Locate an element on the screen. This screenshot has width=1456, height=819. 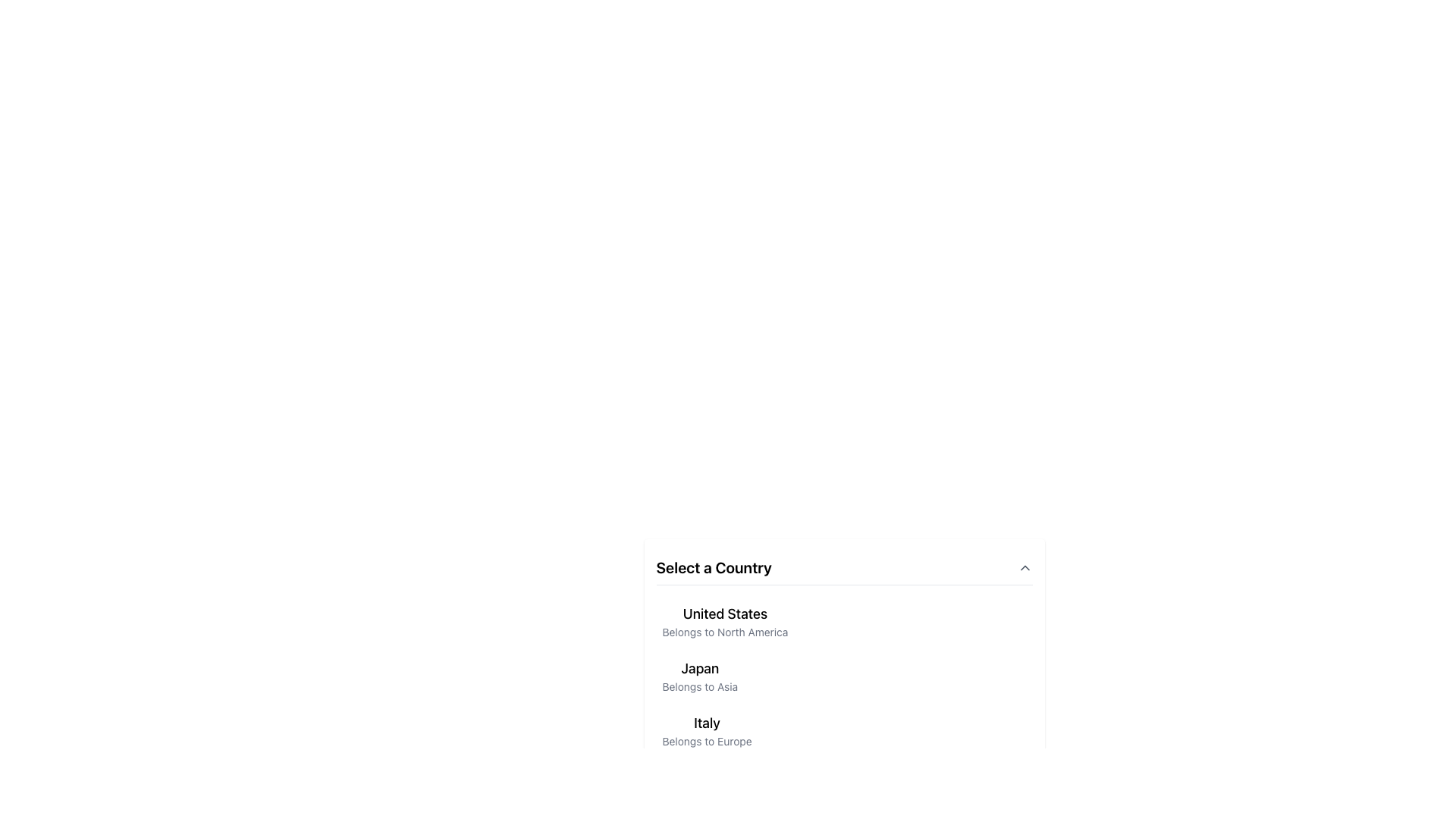
the text label displaying 'Belongs to Asia', which is a smaller, gray-colored subtext located directly below the bolded text 'Japan' is located at coordinates (699, 687).